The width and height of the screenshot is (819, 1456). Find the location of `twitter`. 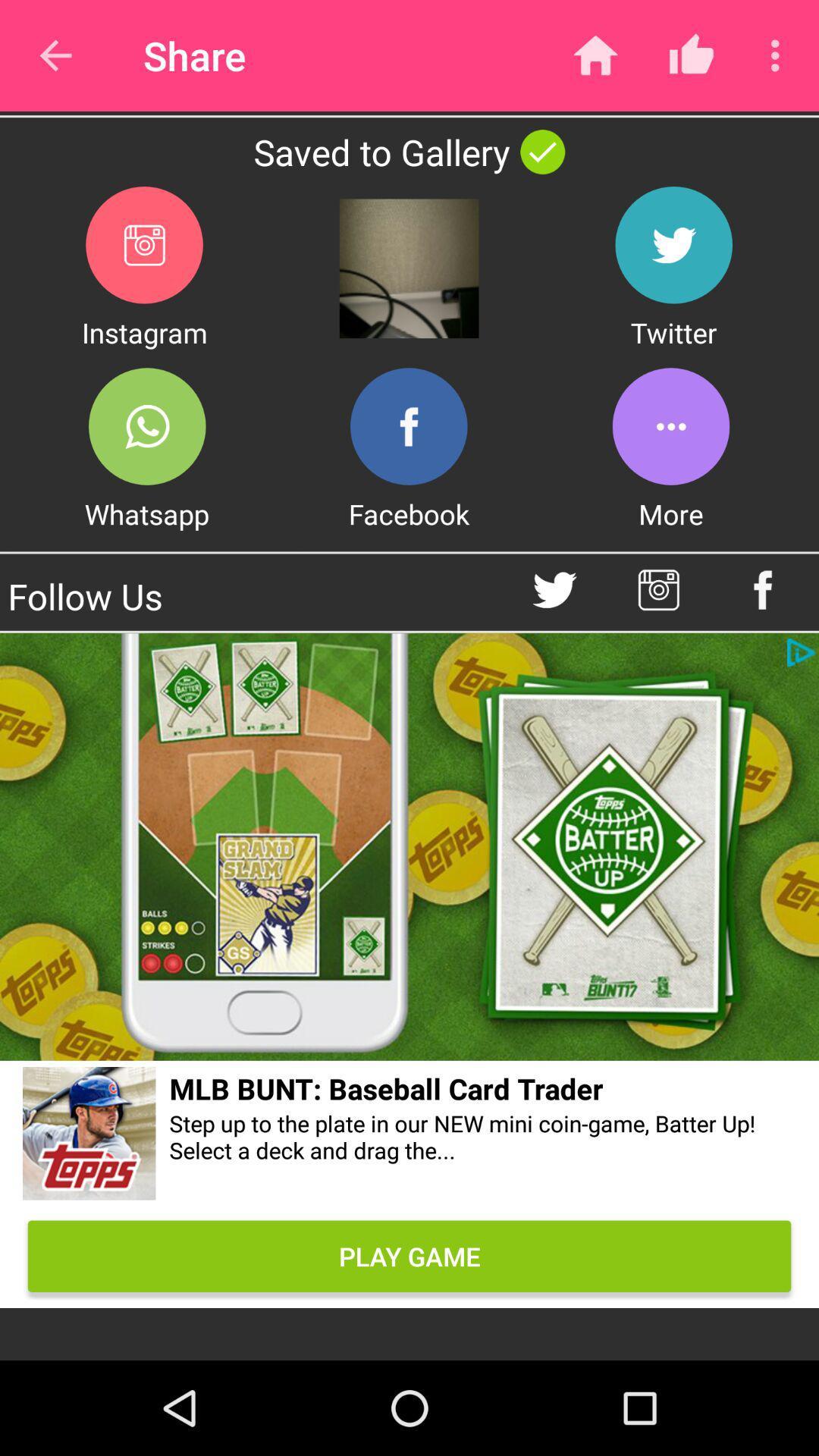

twitter is located at coordinates (554, 589).